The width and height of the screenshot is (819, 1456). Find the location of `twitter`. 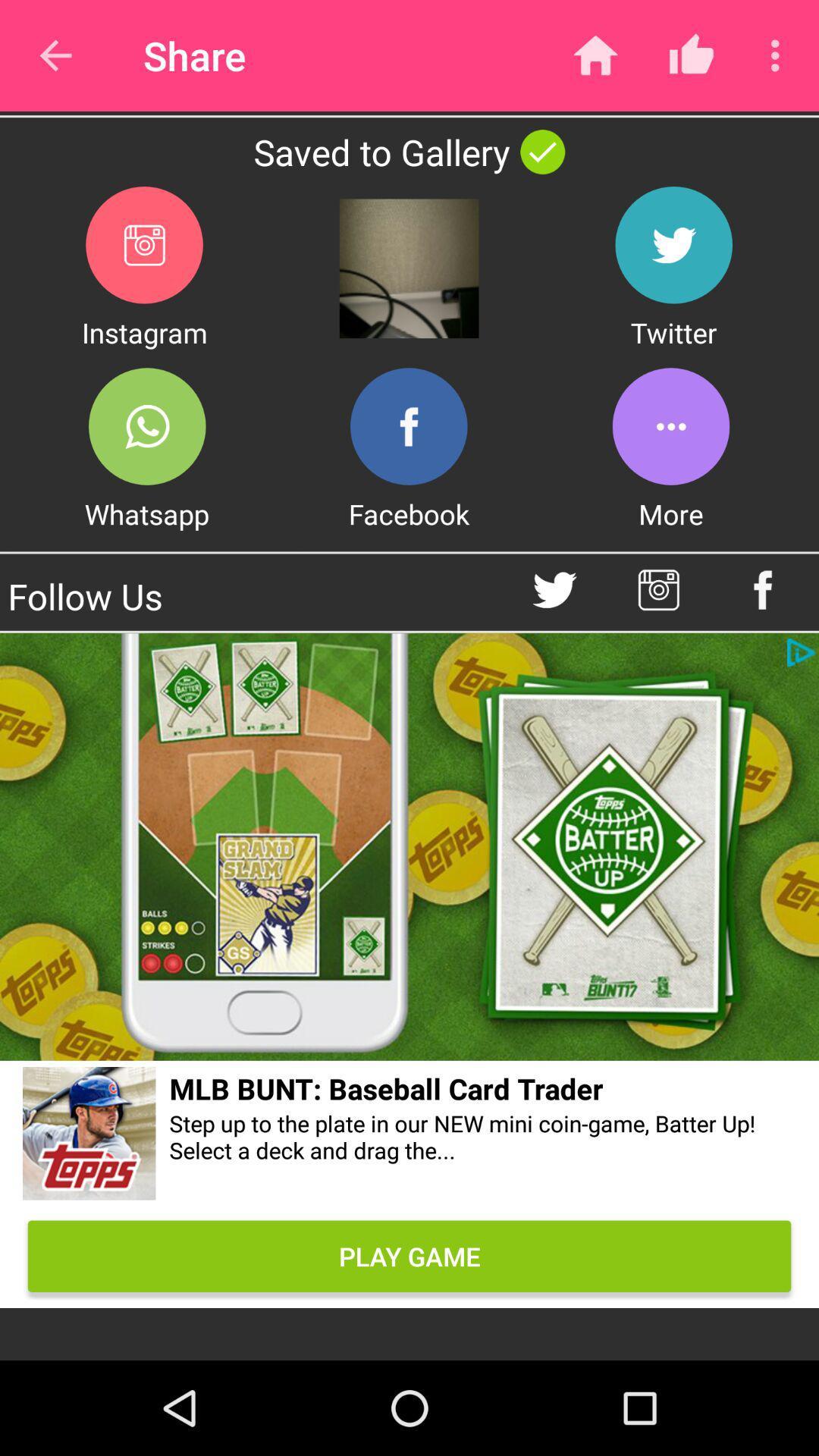

twitter is located at coordinates (554, 589).